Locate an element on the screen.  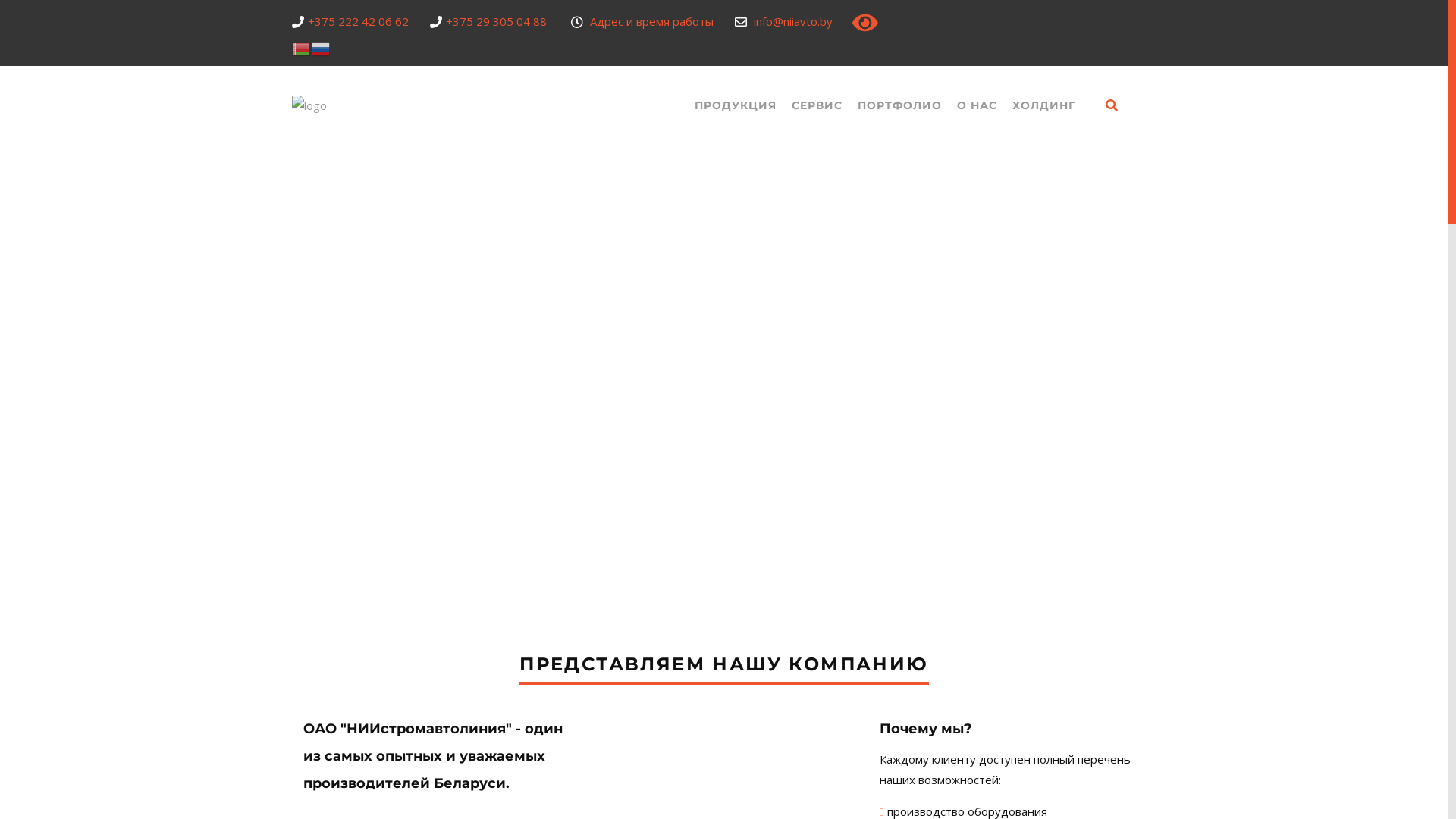
'info@niiavto.by' is located at coordinates (948, 649).